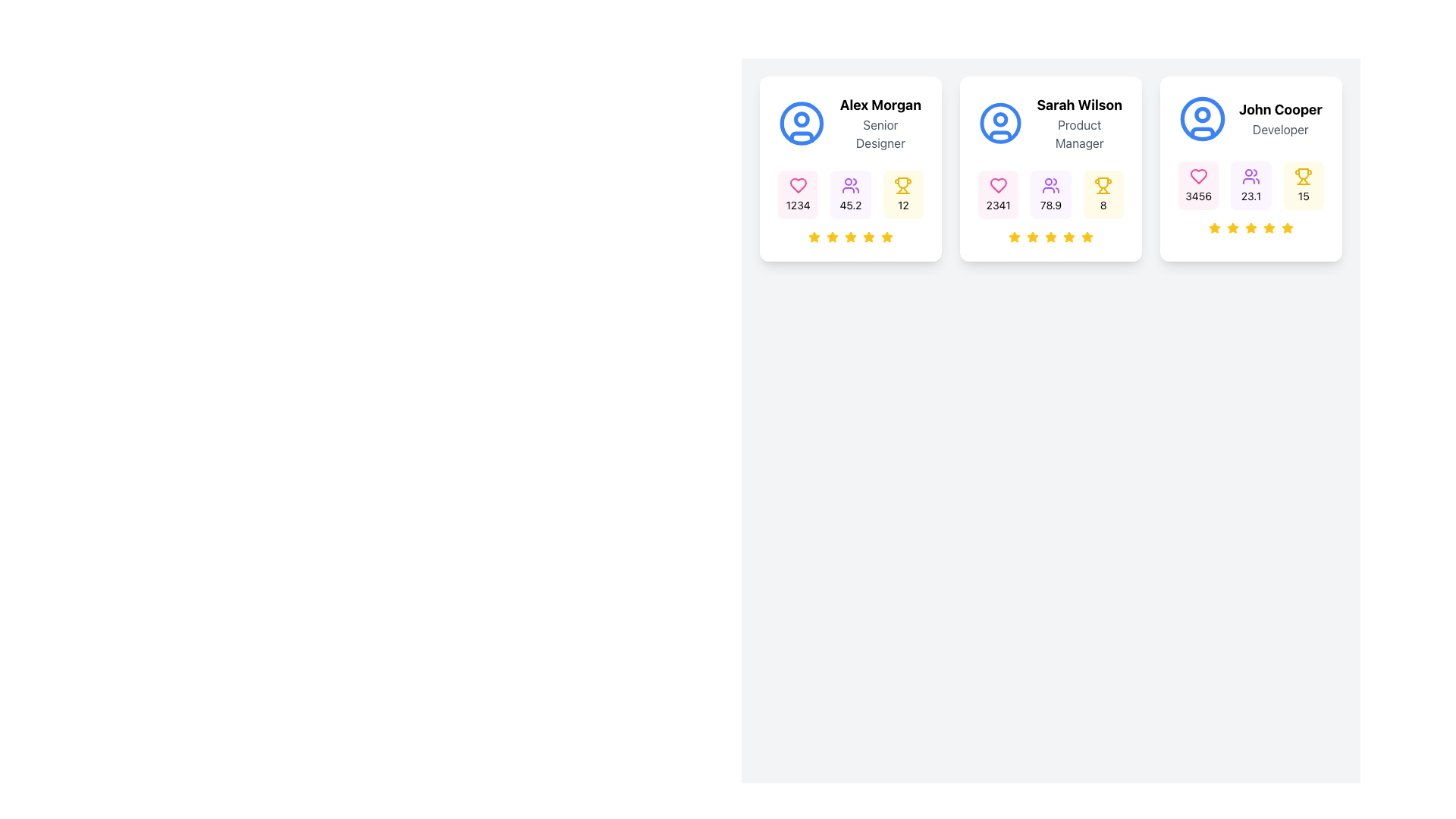 The height and width of the screenshot is (819, 1456). I want to click on the yellow trophy icon with the text '12' in the bottom-right corner of the first card, so click(902, 194).